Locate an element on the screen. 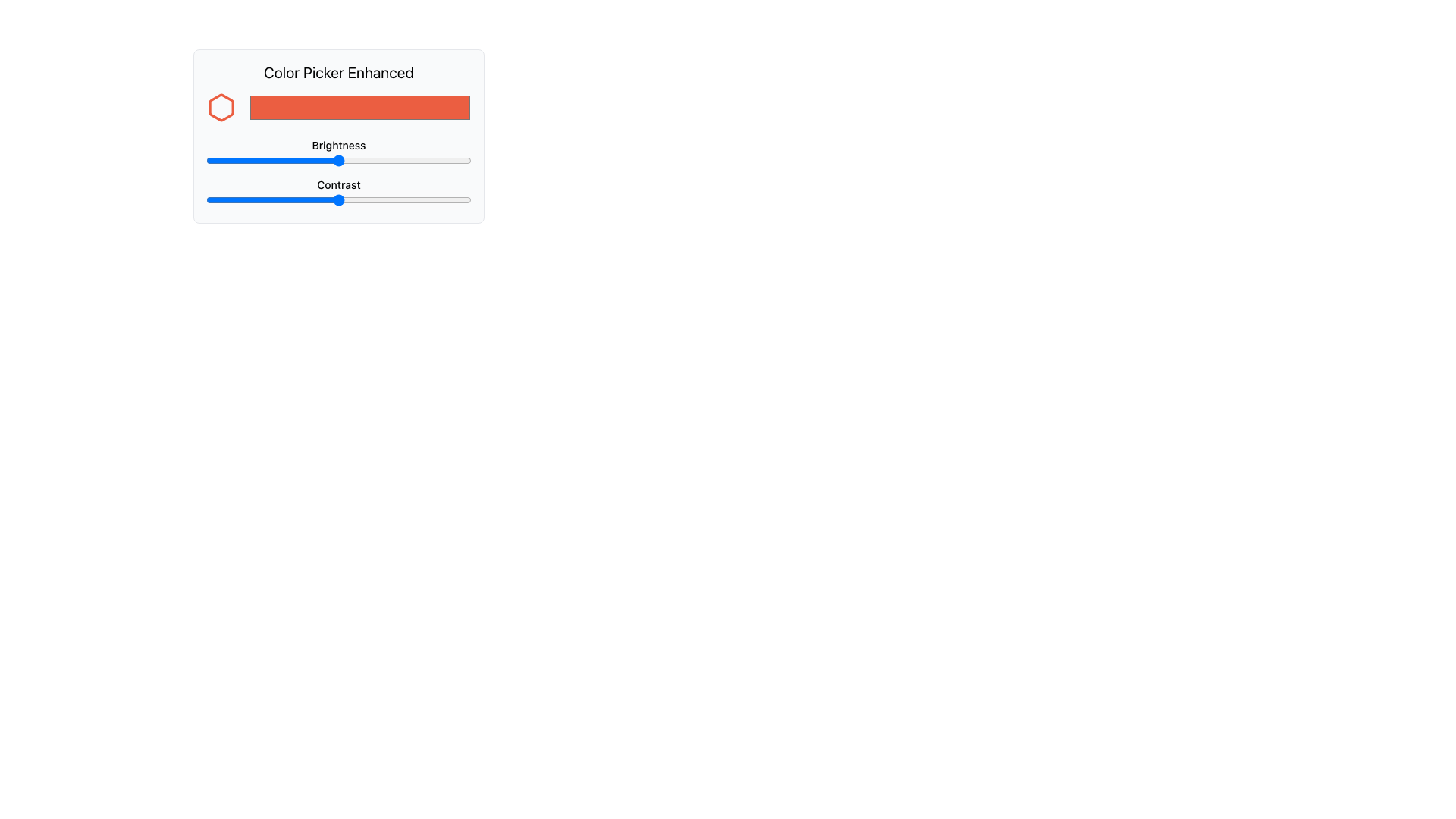 This screenshot has height=819, width=1456. contrast is located at coordinates (283, 199).